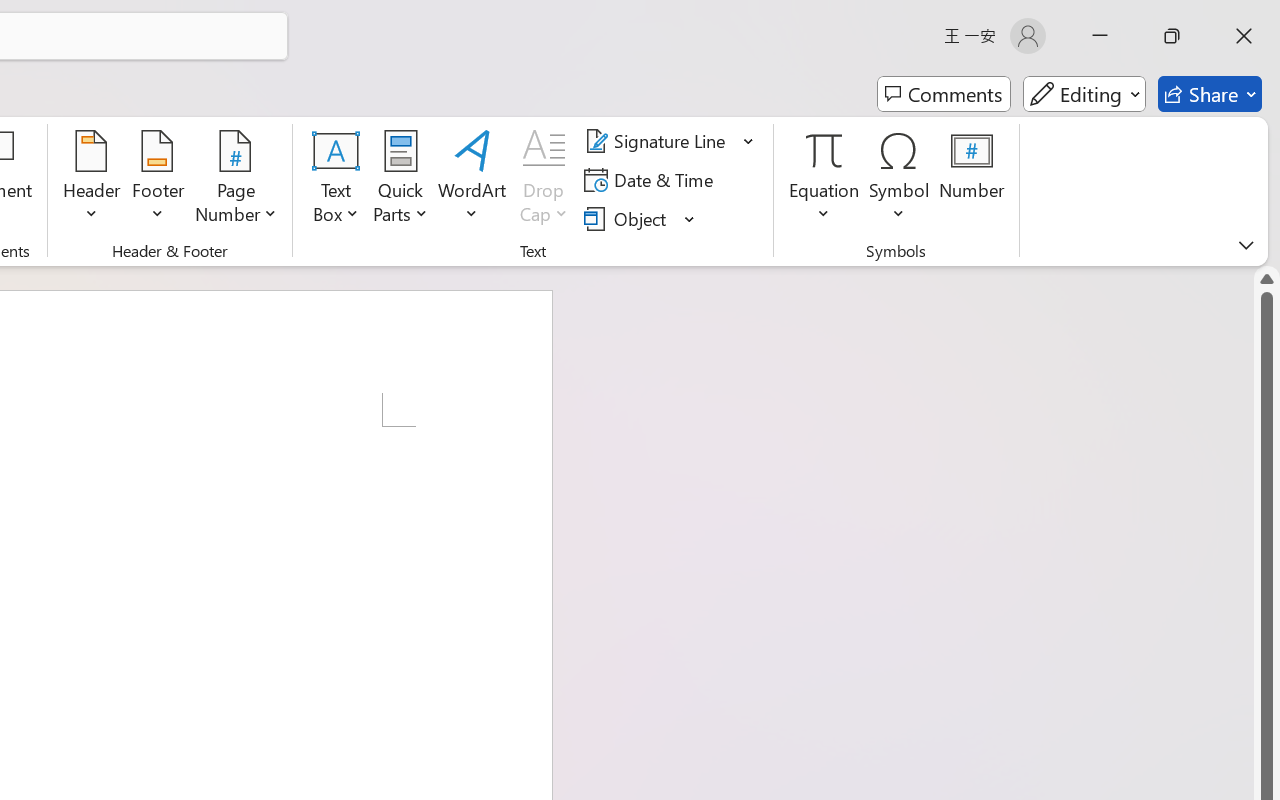  I want to click on 'Date & Time...', so click(652, 179).